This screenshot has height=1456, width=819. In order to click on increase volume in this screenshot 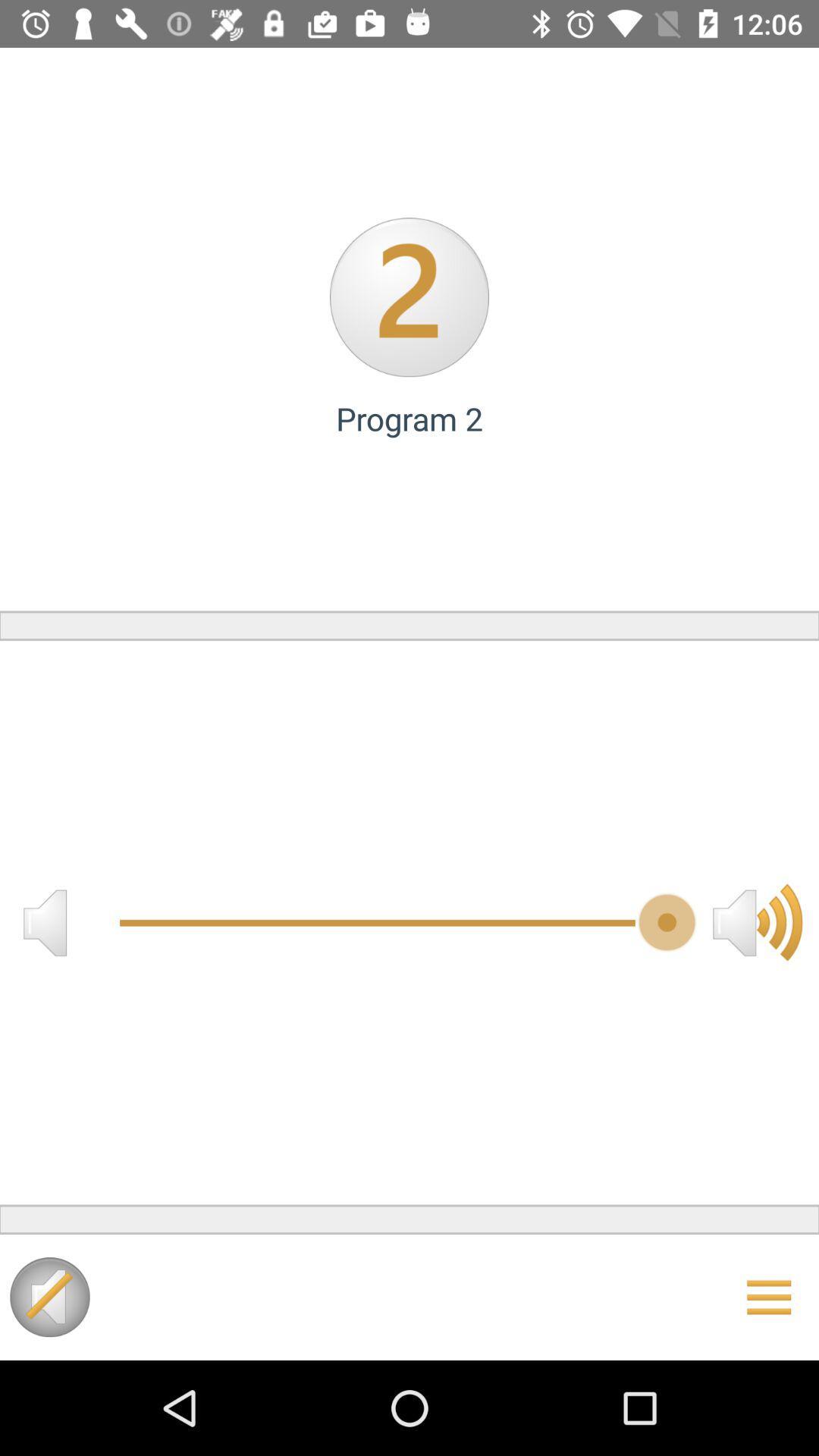, I will do `click(758, 921)`.